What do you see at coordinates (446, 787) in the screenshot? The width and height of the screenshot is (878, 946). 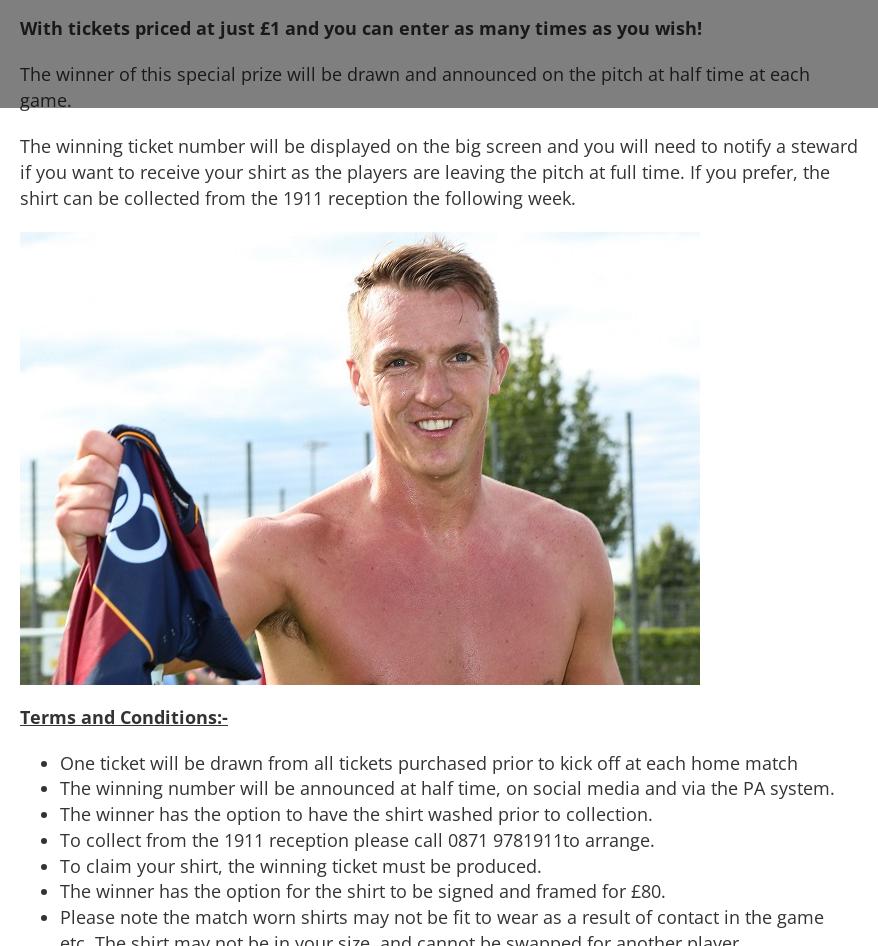 I see `'The winning number will be announced at half time, on social media and via the PA system.'` at bounding box center [446, 787].